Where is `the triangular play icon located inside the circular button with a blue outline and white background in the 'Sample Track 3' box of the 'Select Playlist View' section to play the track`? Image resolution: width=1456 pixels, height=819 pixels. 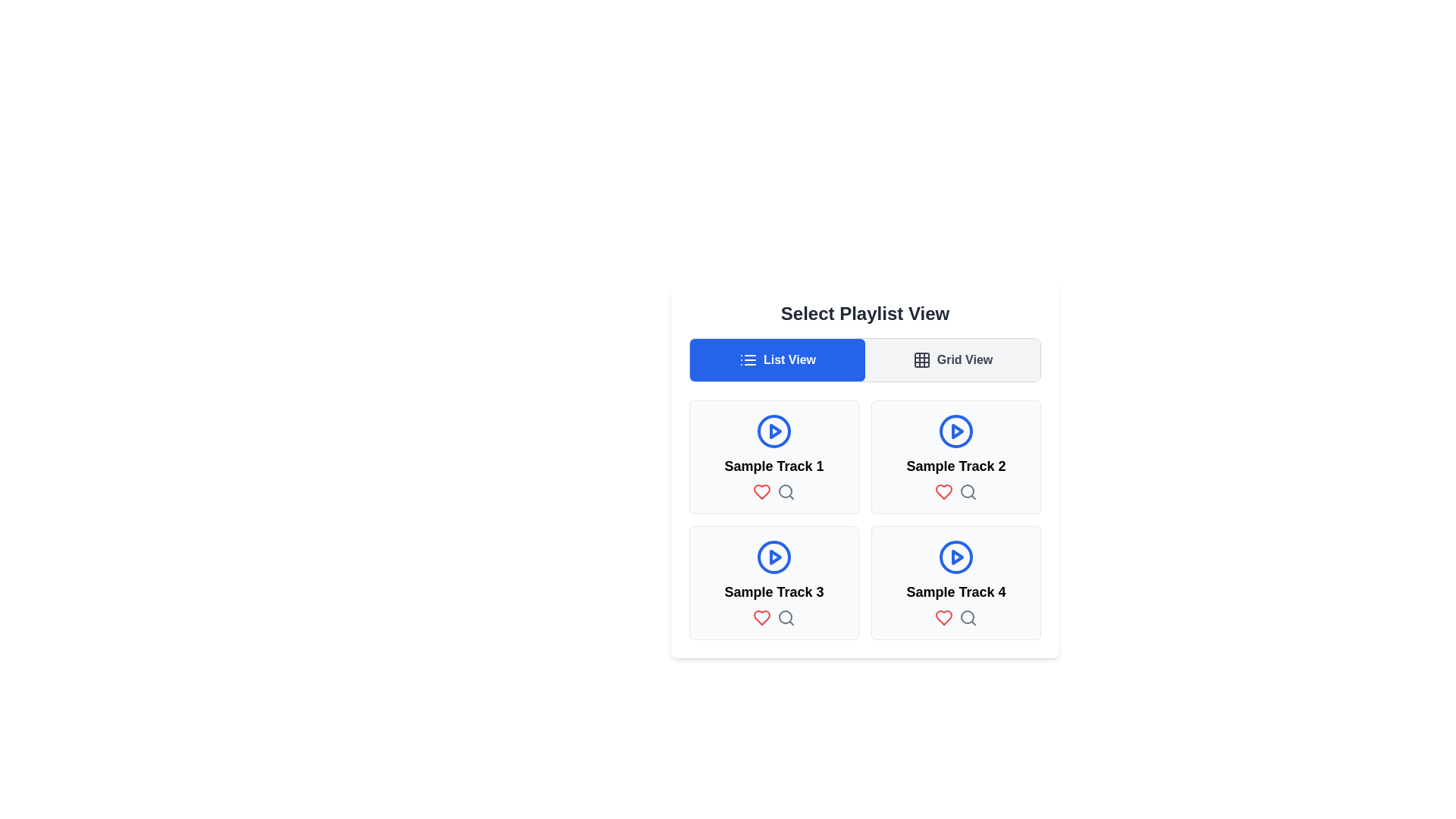 the triangular play icon located inside the circular button with a blue outline and white background in the 'Sample Track 3' box of the 'Select Playlist View' section to play the track is located at coordinates (775, 557).